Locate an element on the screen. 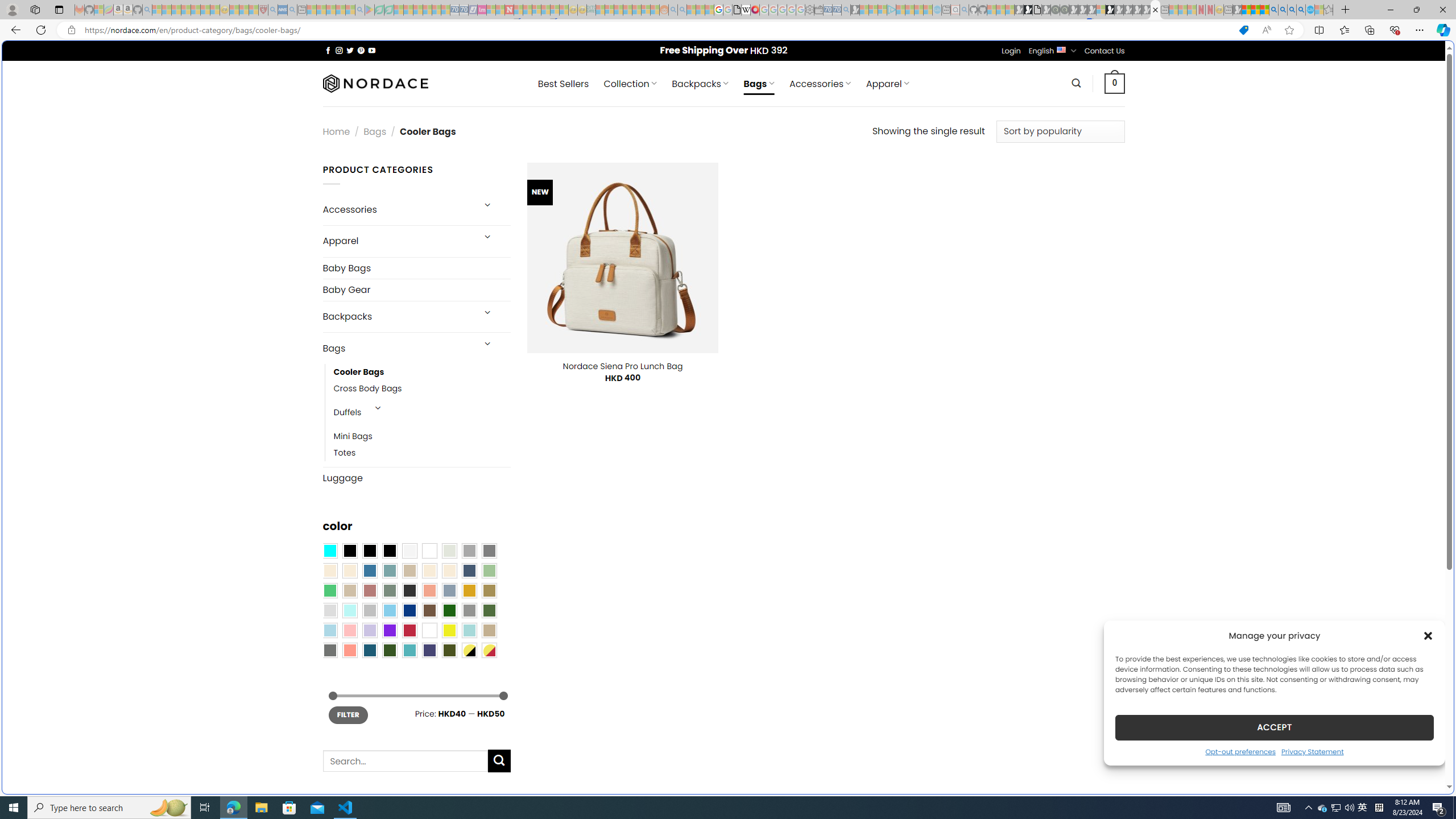 The image size is (1456, 819). 'Caramel' is located at coordinates (429, 570).